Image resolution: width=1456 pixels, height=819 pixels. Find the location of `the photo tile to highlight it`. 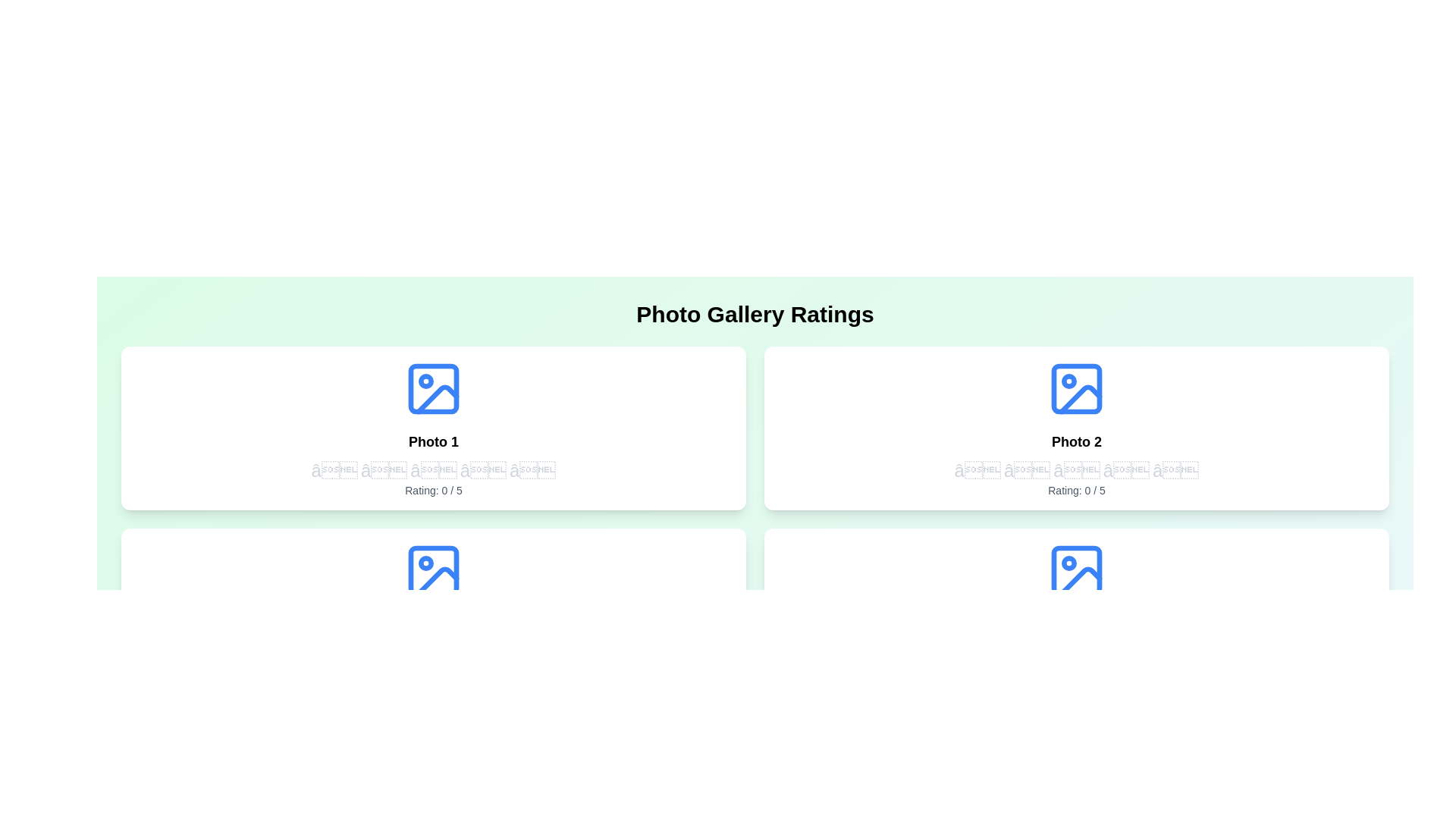

the photo tile to highlight it is located at coordinates (432, 428).